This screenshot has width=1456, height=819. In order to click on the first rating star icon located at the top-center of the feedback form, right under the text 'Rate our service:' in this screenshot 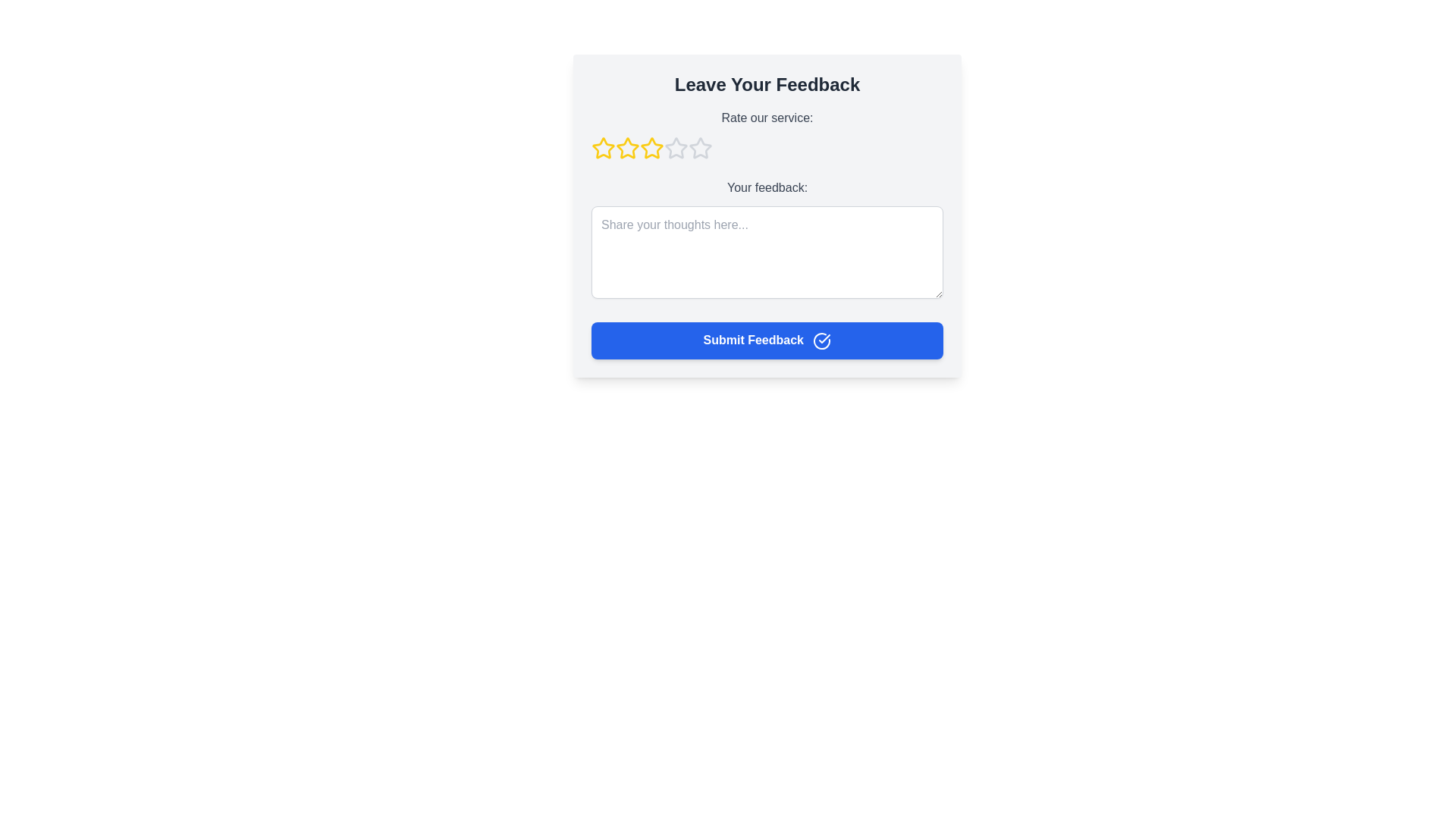, I will do `click(603, 149)`.